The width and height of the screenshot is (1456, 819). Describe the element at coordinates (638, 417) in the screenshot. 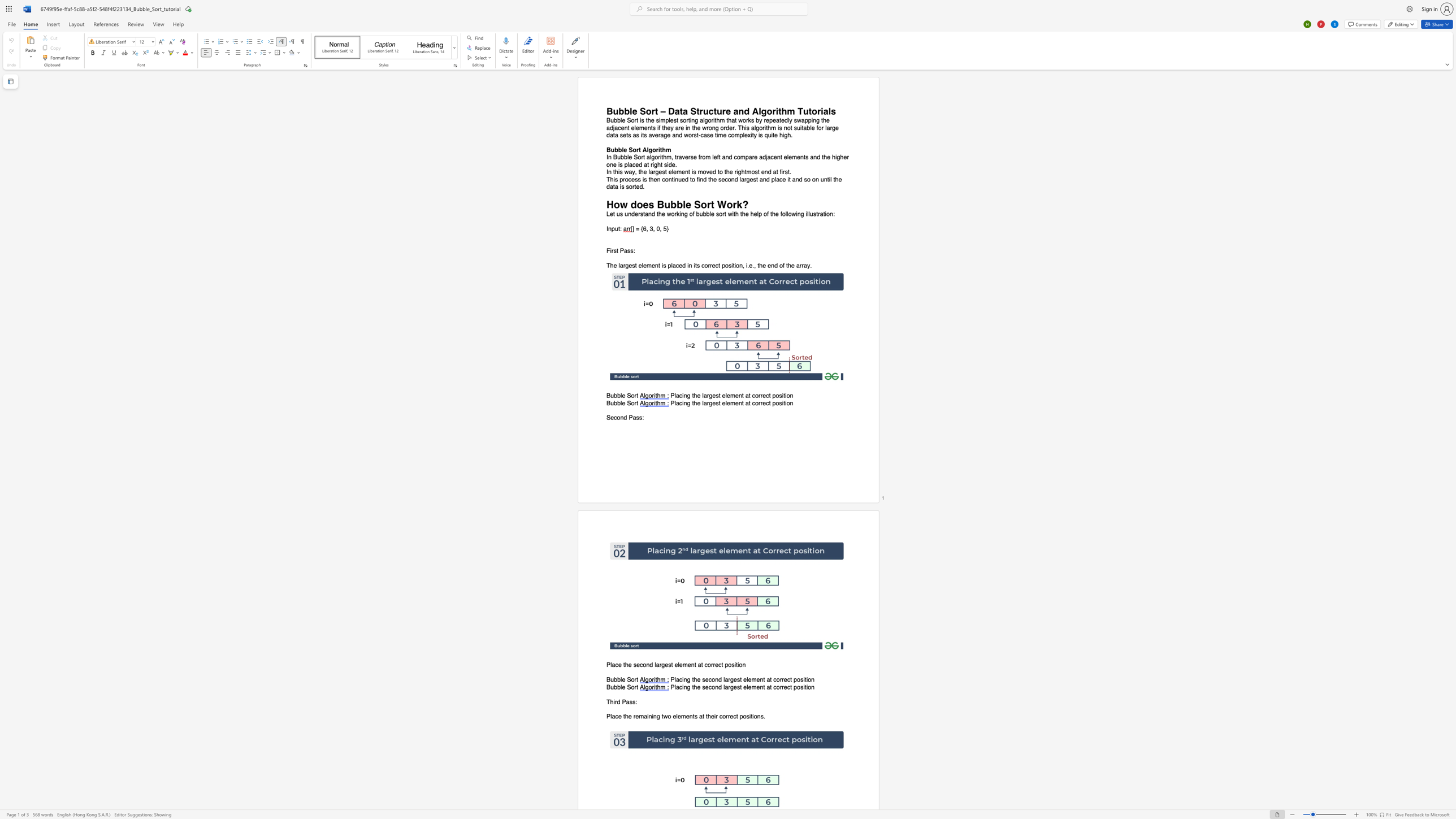

I see `the space between the continuous character "s" and "s" in the text` at that location.